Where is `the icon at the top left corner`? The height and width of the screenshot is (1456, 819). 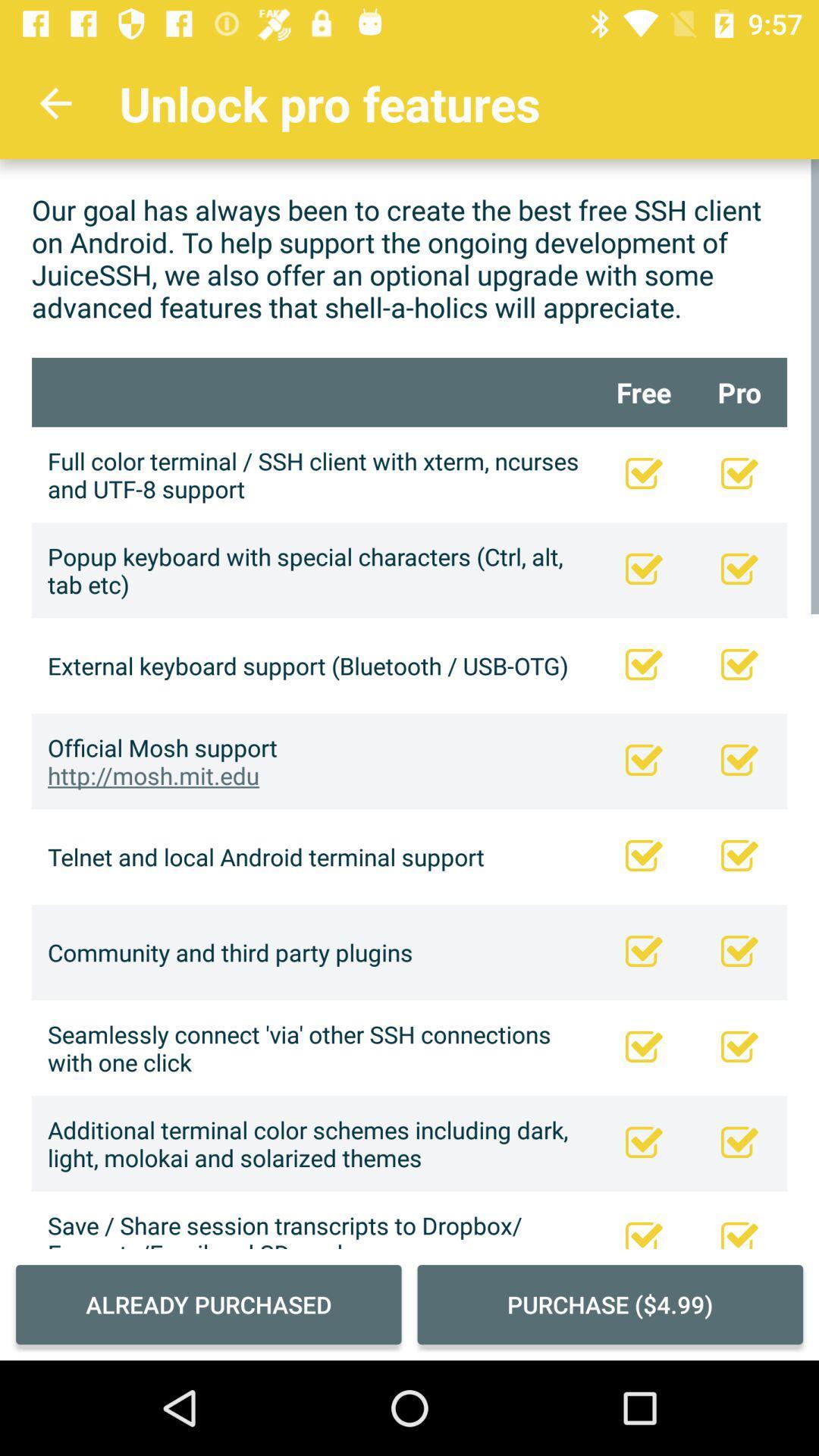
the icon at the top left corner is located at coordinates (55, 102).